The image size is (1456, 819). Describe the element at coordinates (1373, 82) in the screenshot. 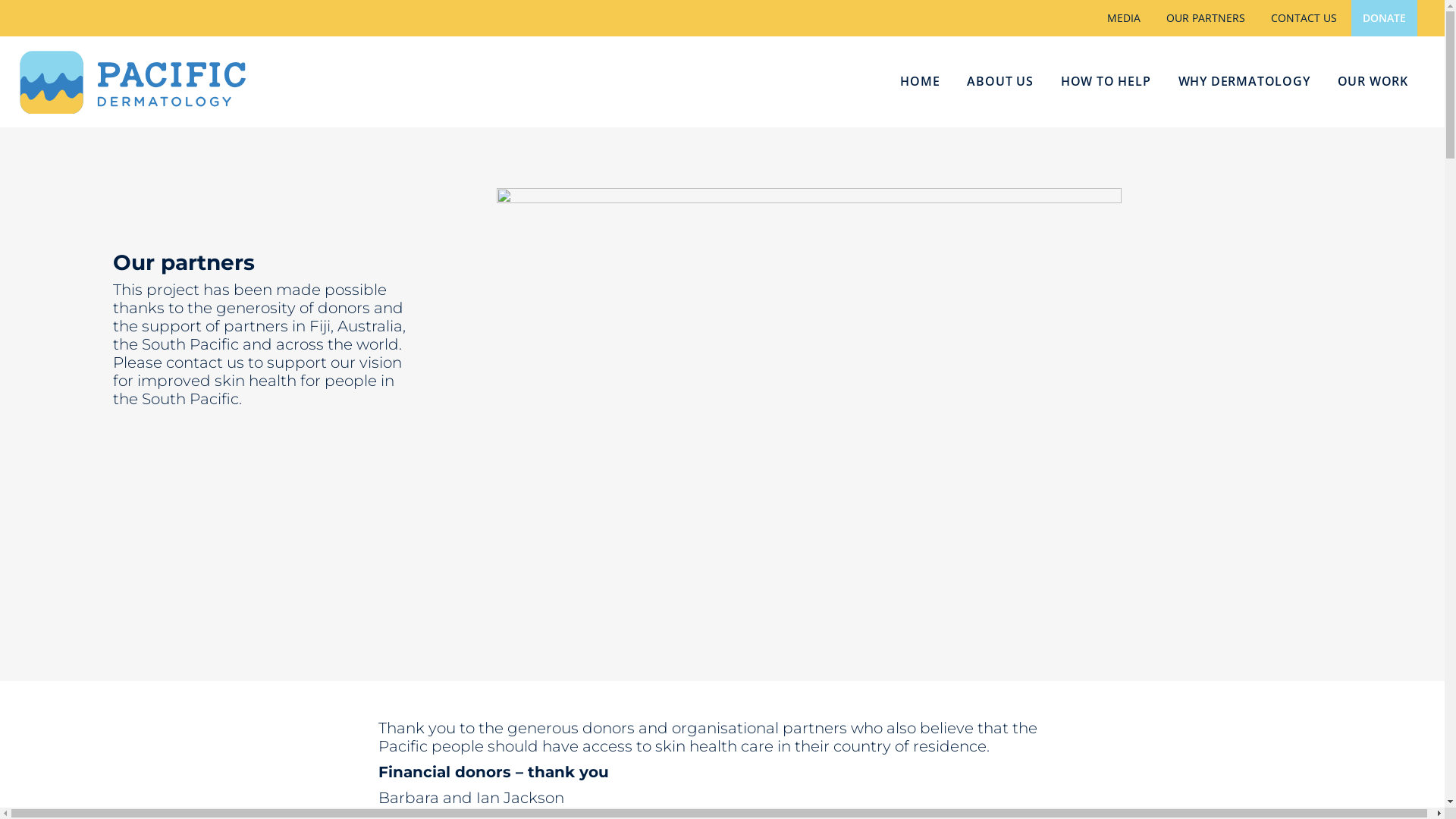

I see `'OUR WORK'` at that location.